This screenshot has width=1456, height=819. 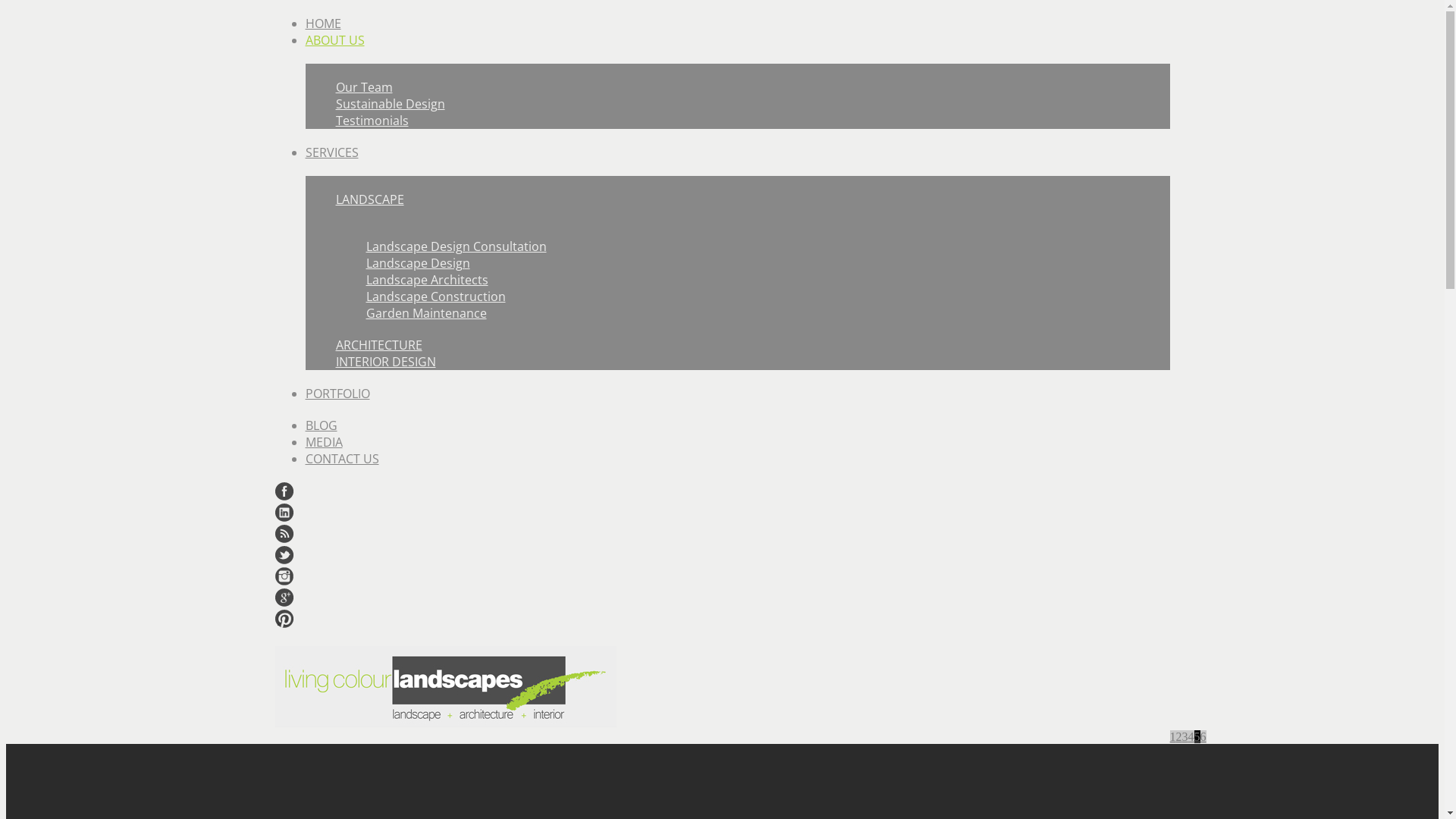 What do you see at coordinates (330, 152) in the screenshot?
I see `'SERVICES'` at bounding box center [330, 152].